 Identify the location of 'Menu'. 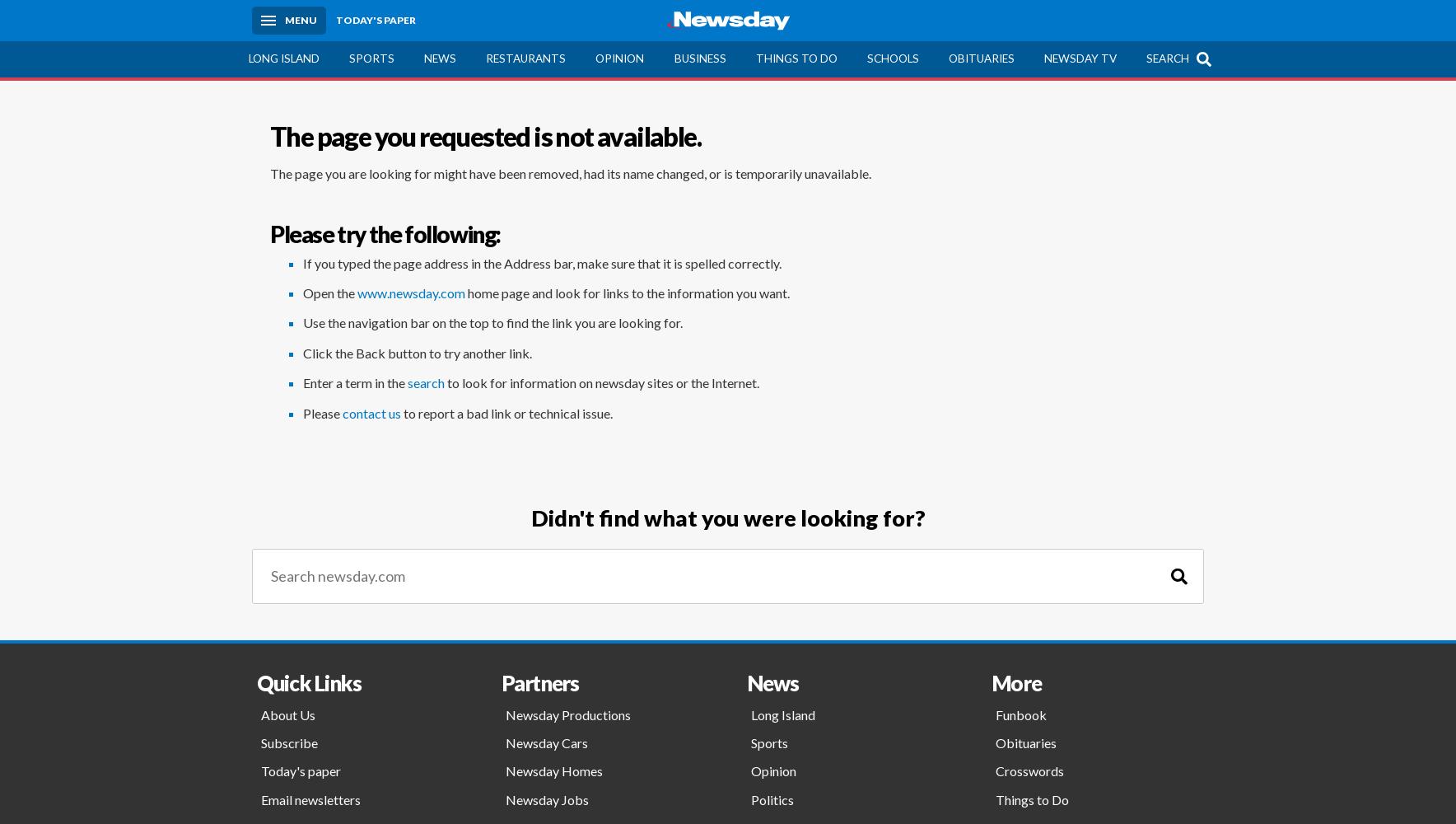
(301, 20).